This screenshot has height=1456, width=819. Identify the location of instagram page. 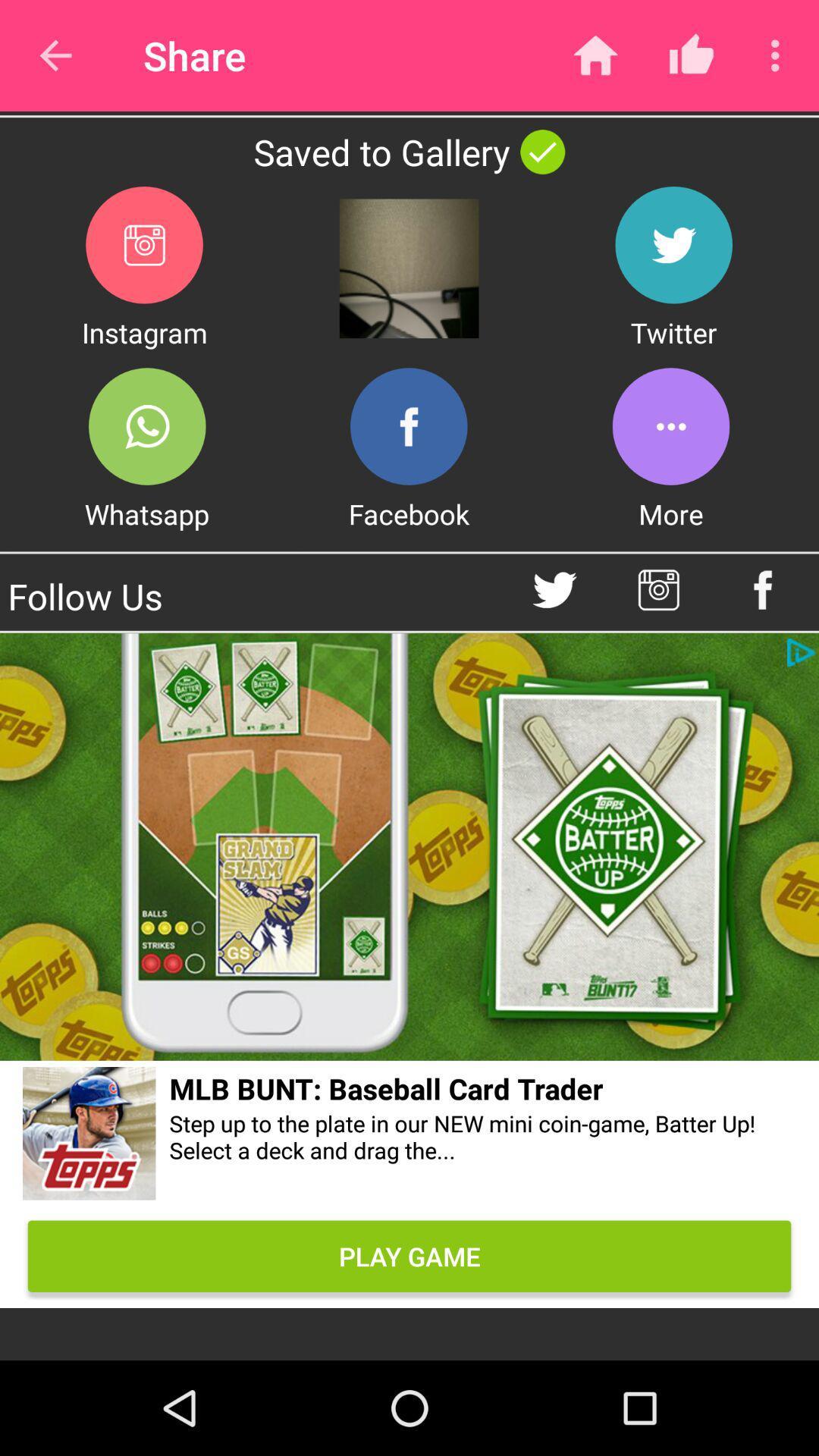
(657, 589).